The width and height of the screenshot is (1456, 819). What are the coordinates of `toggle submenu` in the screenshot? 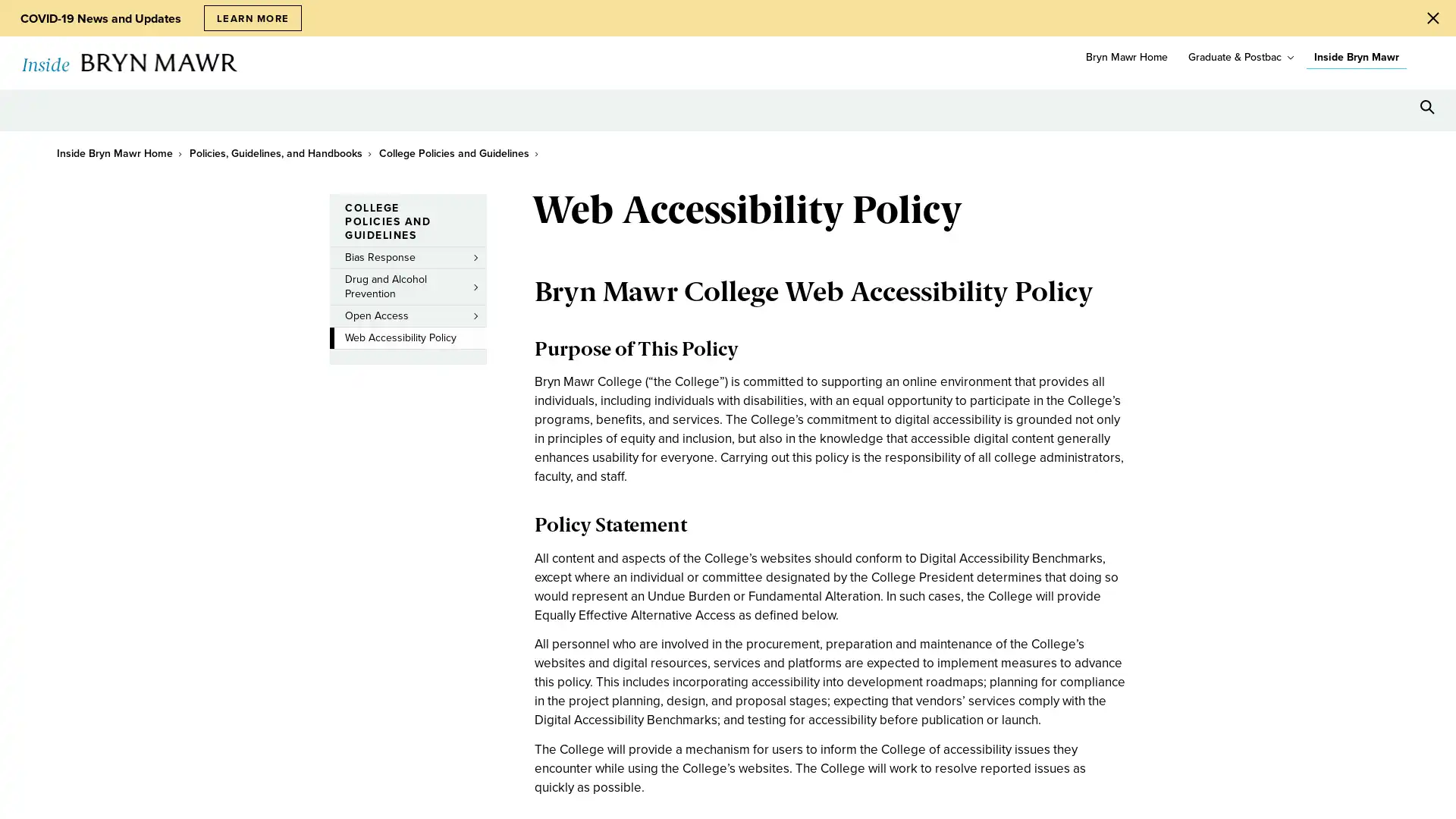 It's located at (680, 99).